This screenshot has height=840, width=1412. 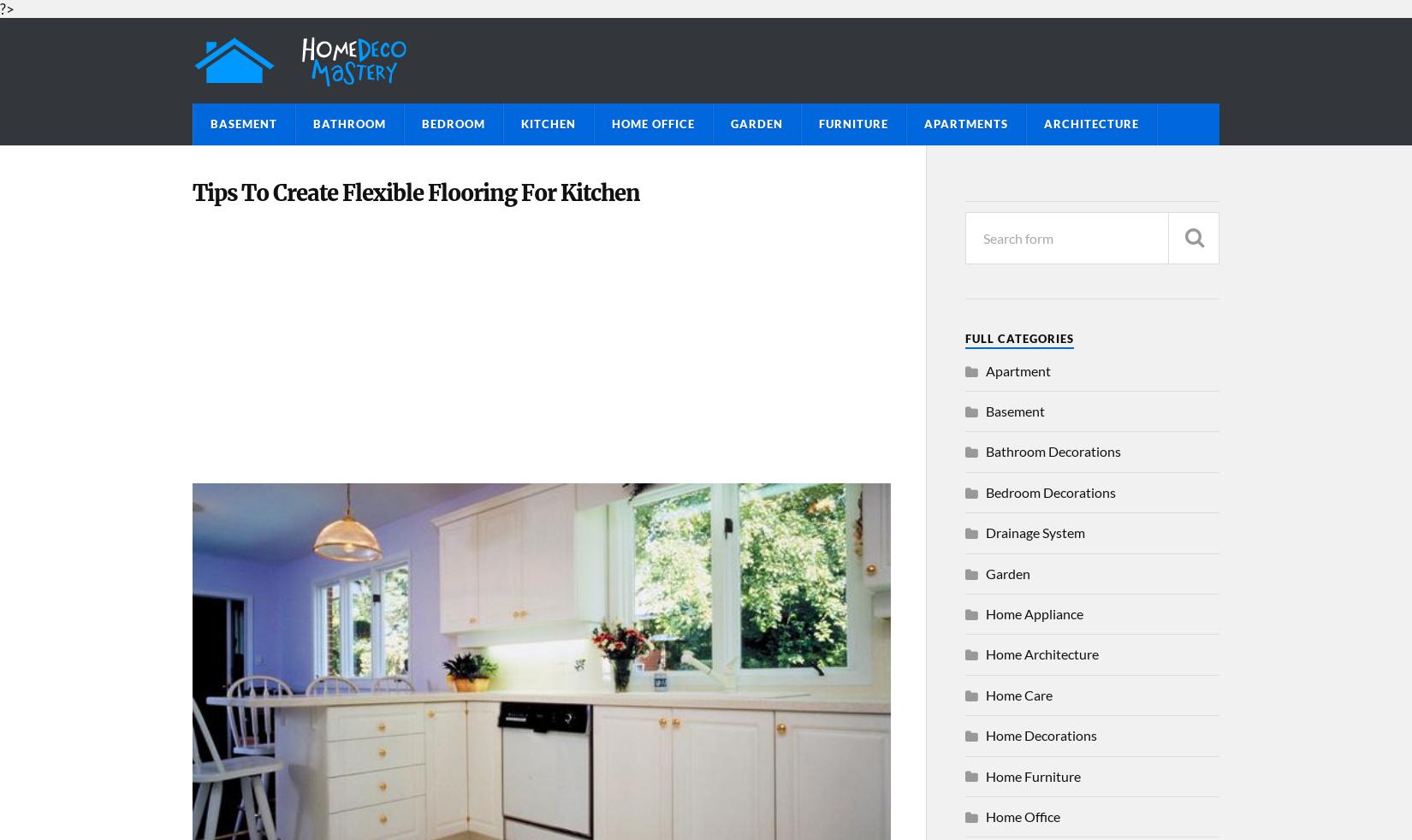 What do you see at coordinates (1015, 410) in the screenshot?
I see `'Basement'` at bounding box center [1015, 410].